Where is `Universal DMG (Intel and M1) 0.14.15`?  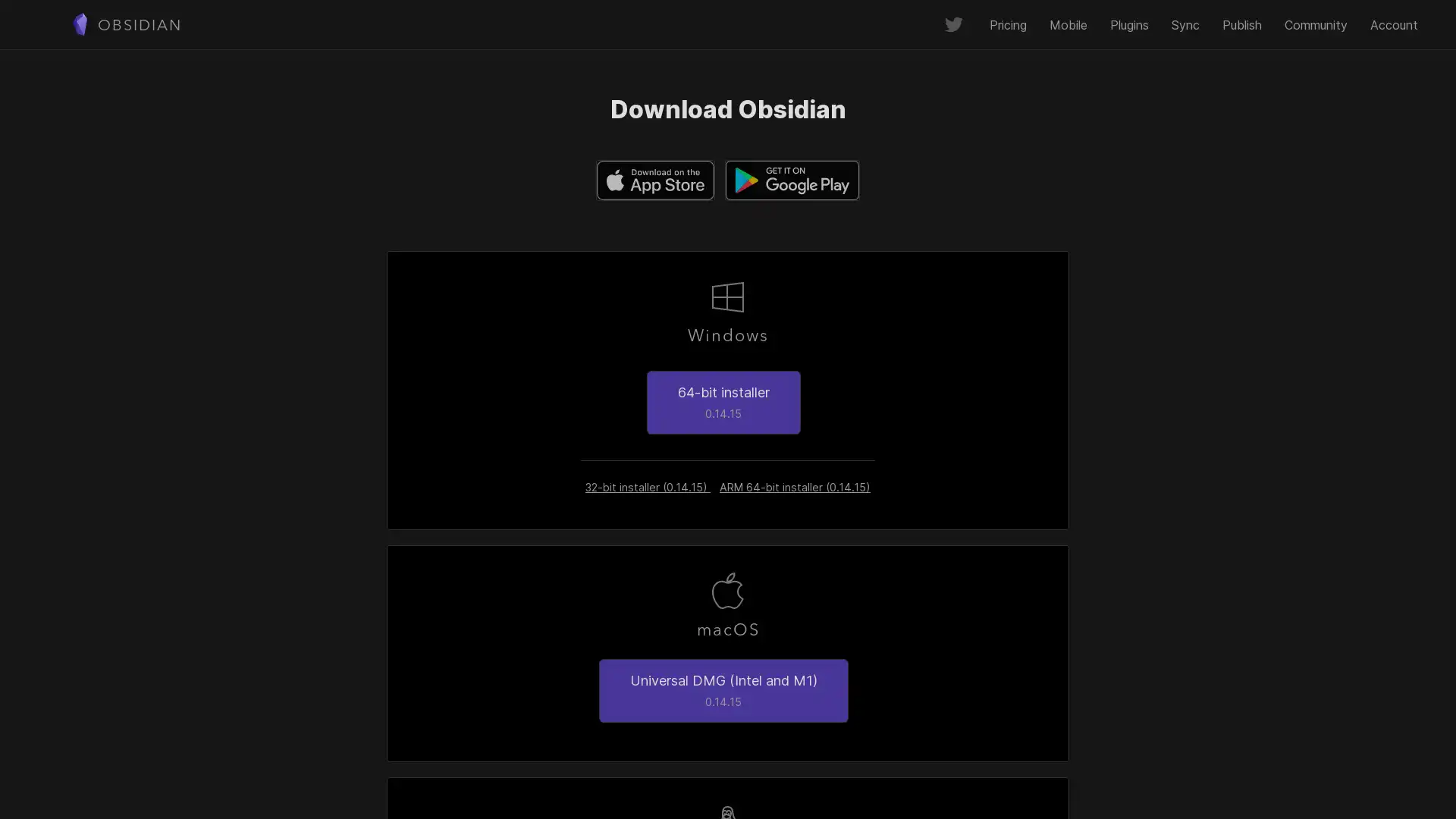
Universal DMG (Intel and M1) 0.14.15 is located at coordinates (722, 690).